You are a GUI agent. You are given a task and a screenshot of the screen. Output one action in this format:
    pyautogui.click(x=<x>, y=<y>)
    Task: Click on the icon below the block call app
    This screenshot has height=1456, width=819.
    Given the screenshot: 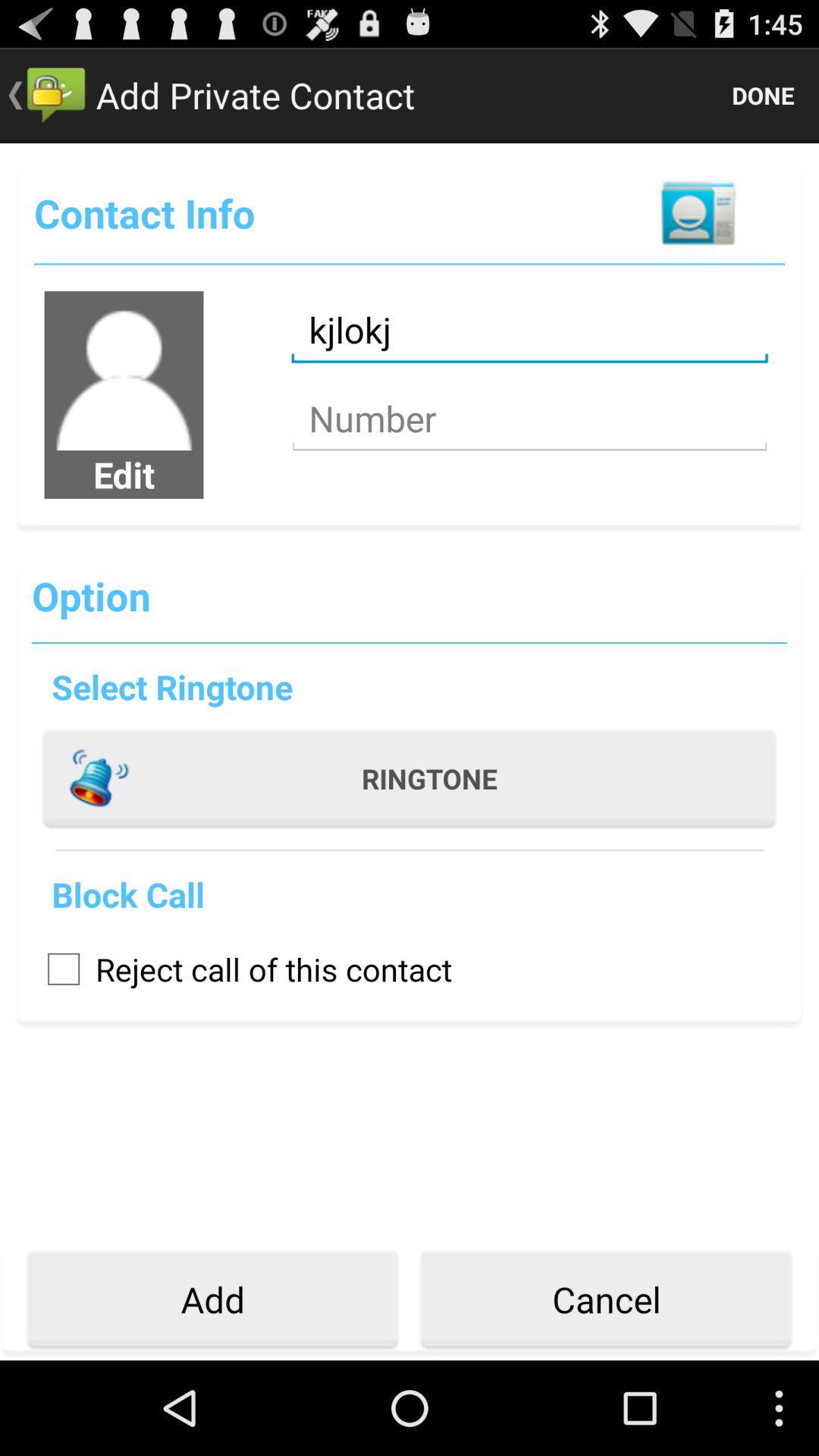 What is the action you would take?
    pyautogui.click(x=241, y=968)
    